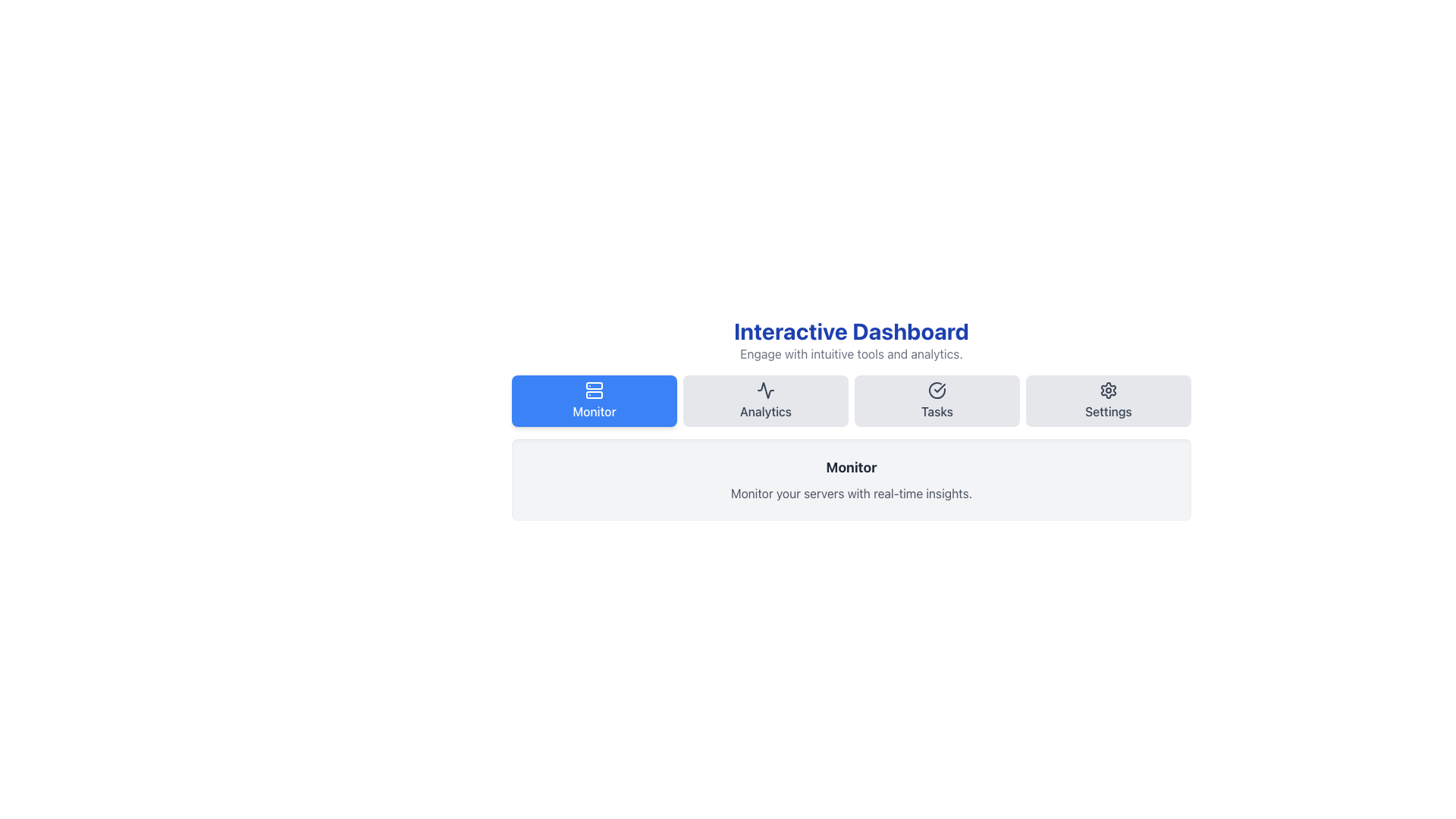  Describe the element at coordinates (593, 385) in the screenshot. I see `the blue rounded rectangle icon located to the left of the horizontal navigation bar, which is the topmost segment of a multi-part icon` at that location.